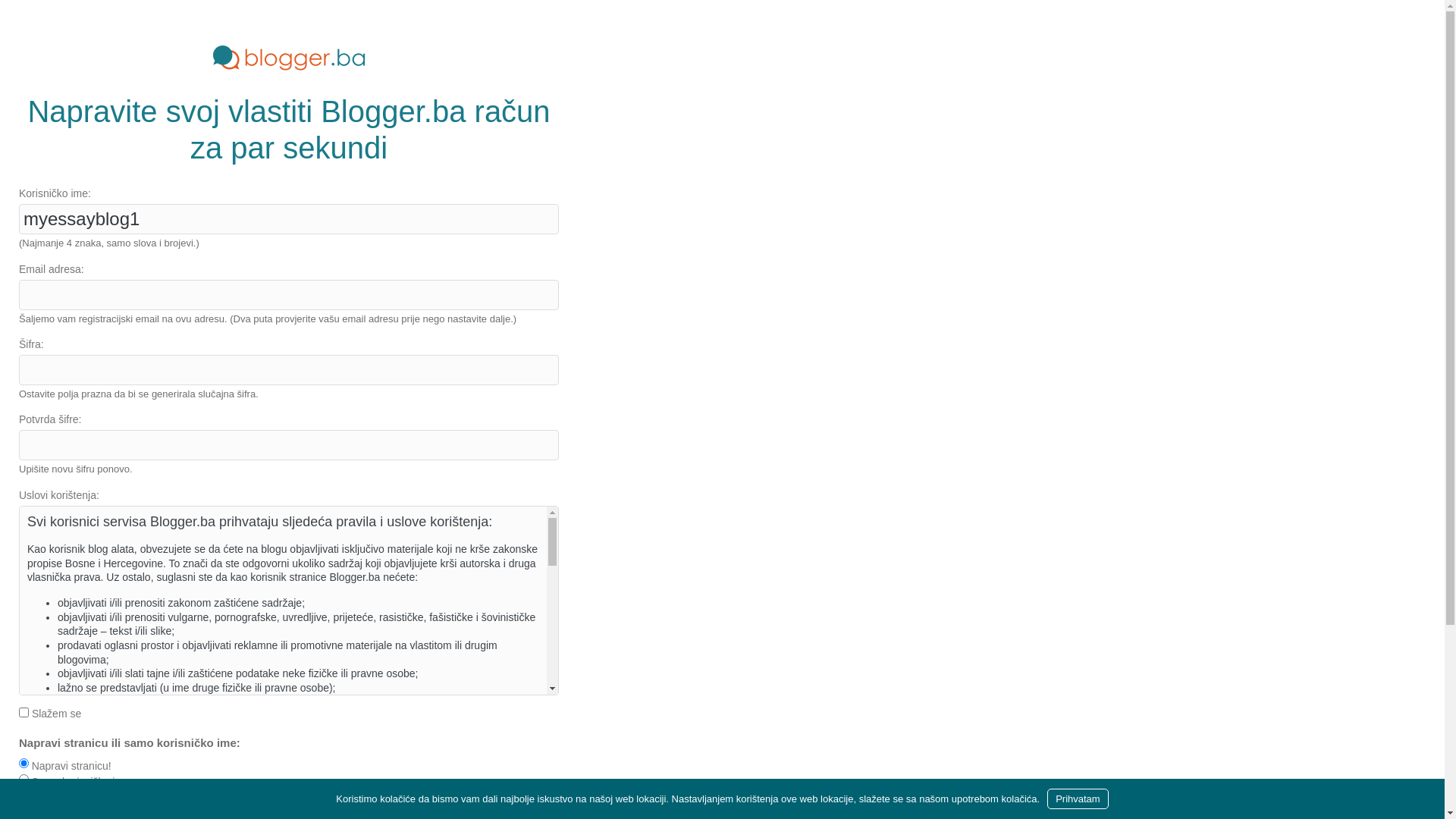  I want to click on 'Prihvatam', so click(1077, 798).